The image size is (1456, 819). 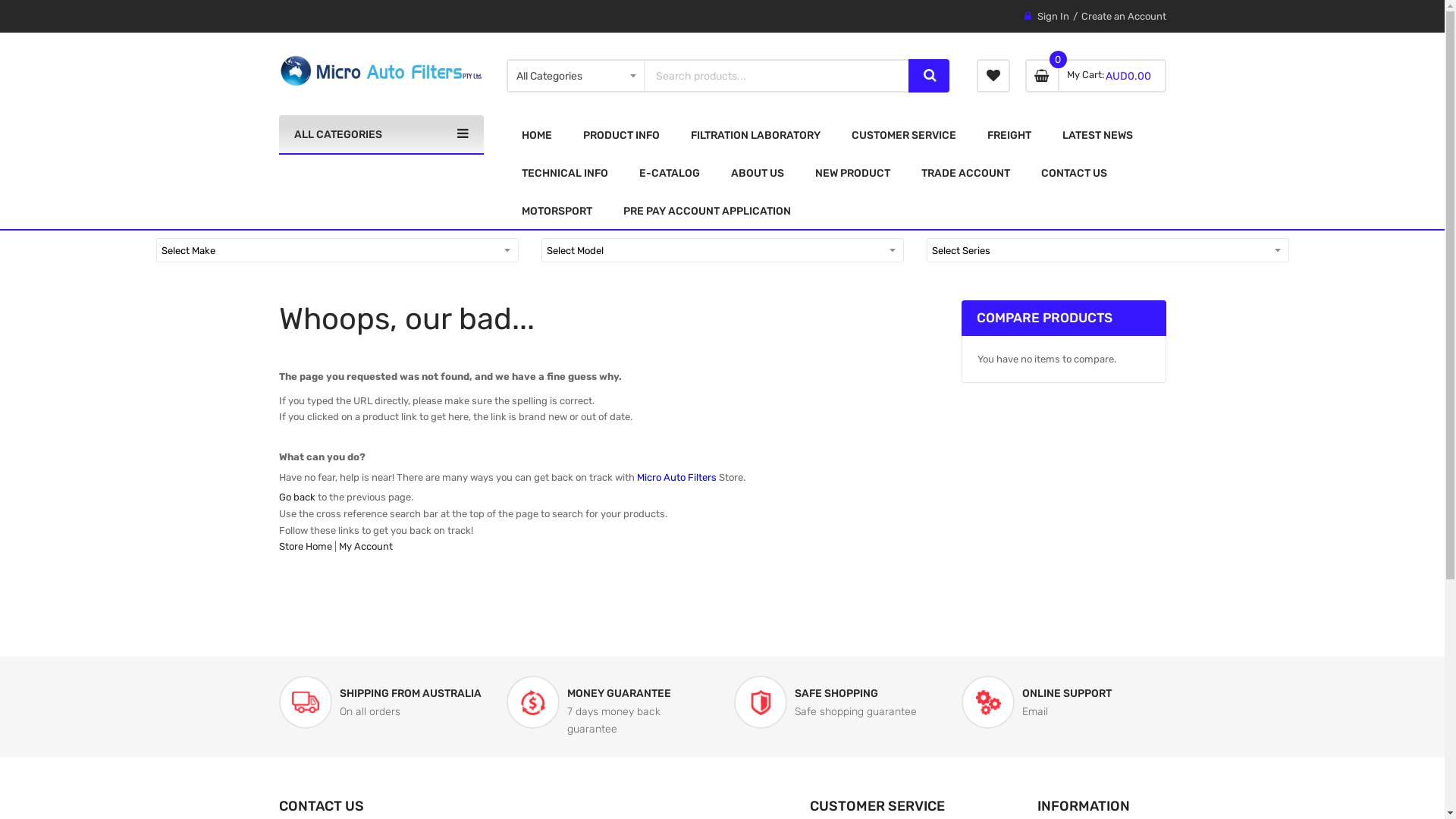 I want to click on 'CUSTOMER SERVICE', so click(x=835, y=133).